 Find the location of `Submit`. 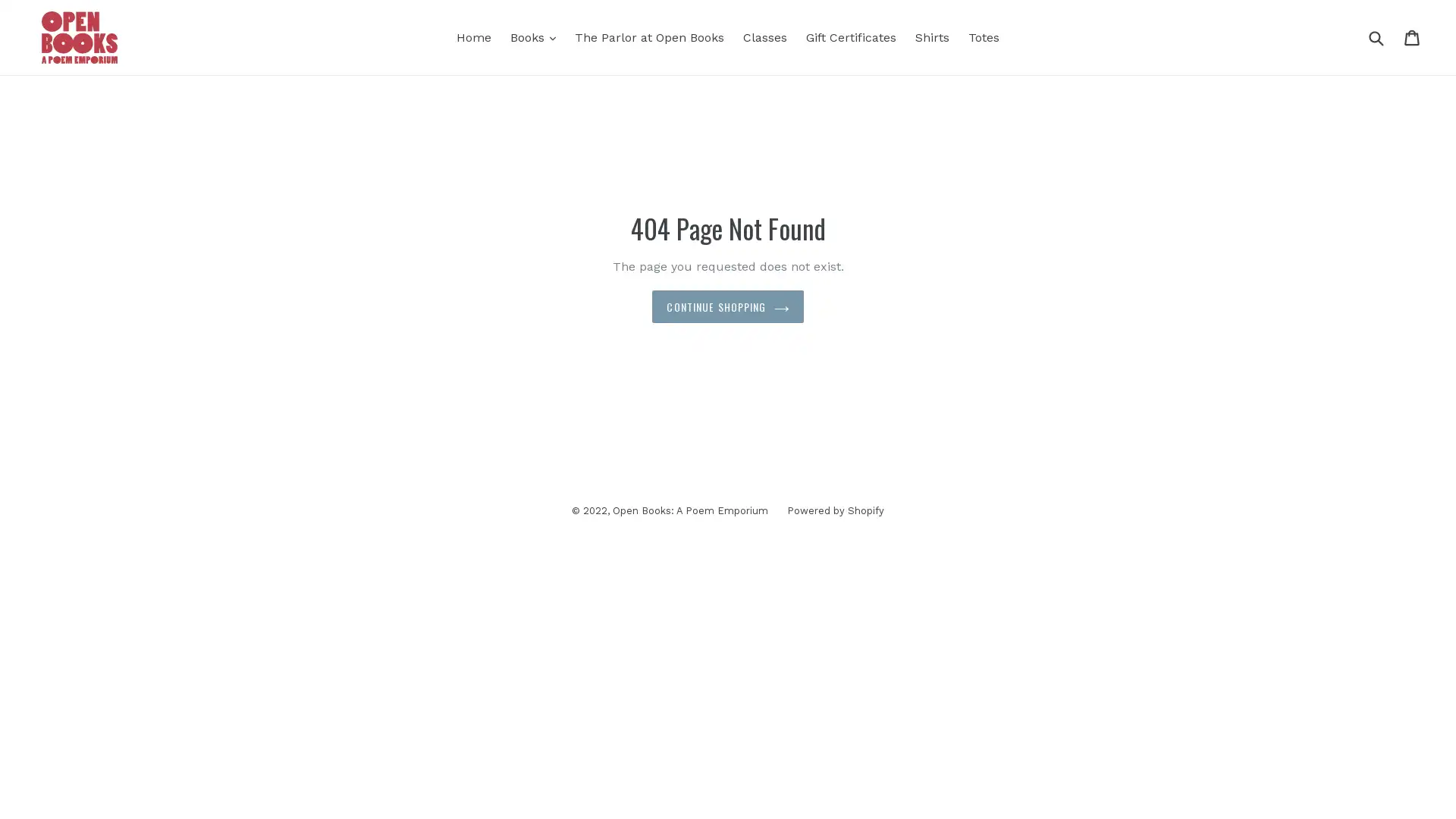

Submit is located at coordinates (1376, 36).